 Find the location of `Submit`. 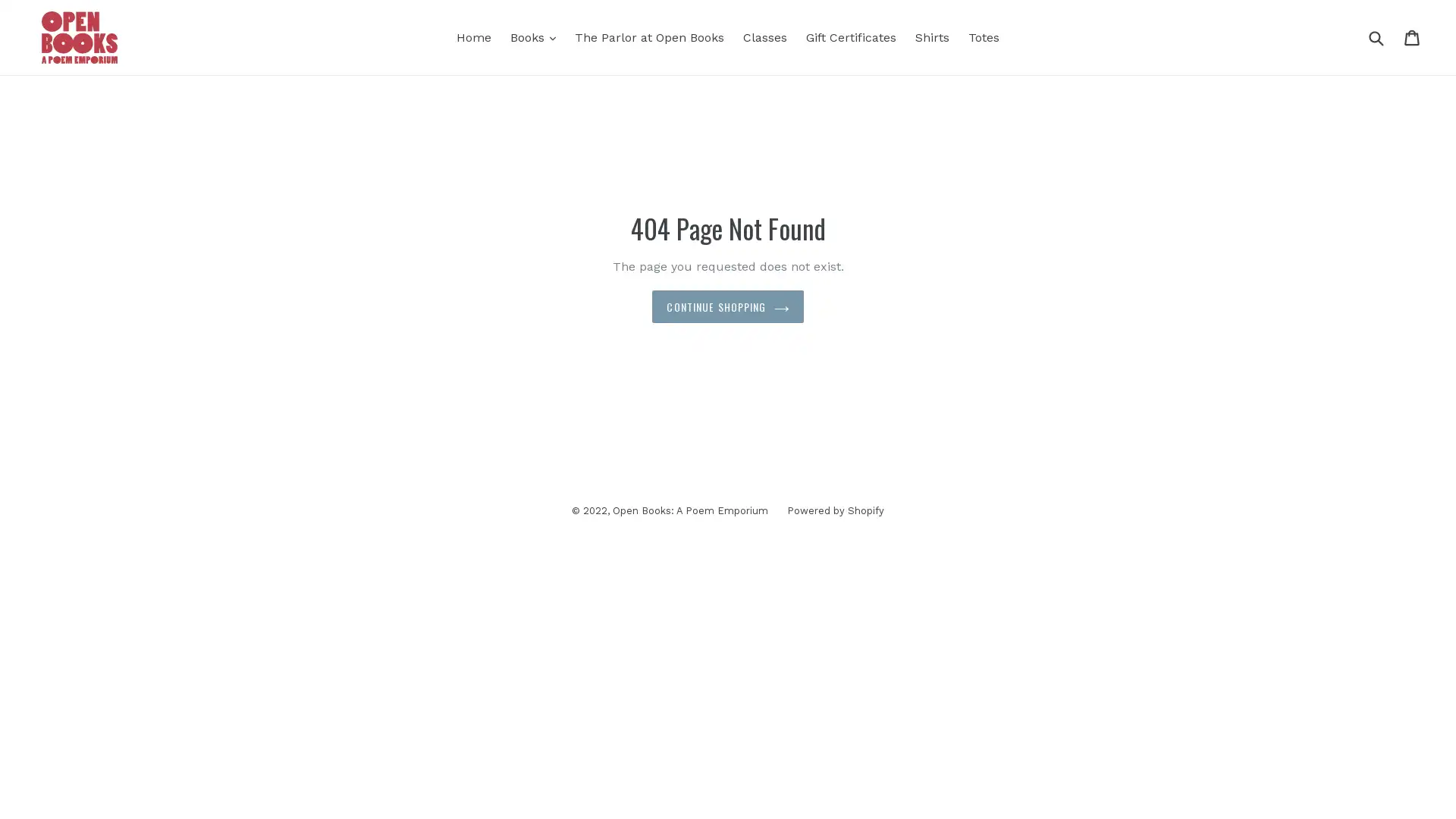

Submit is located at coordinates (1376, 36).